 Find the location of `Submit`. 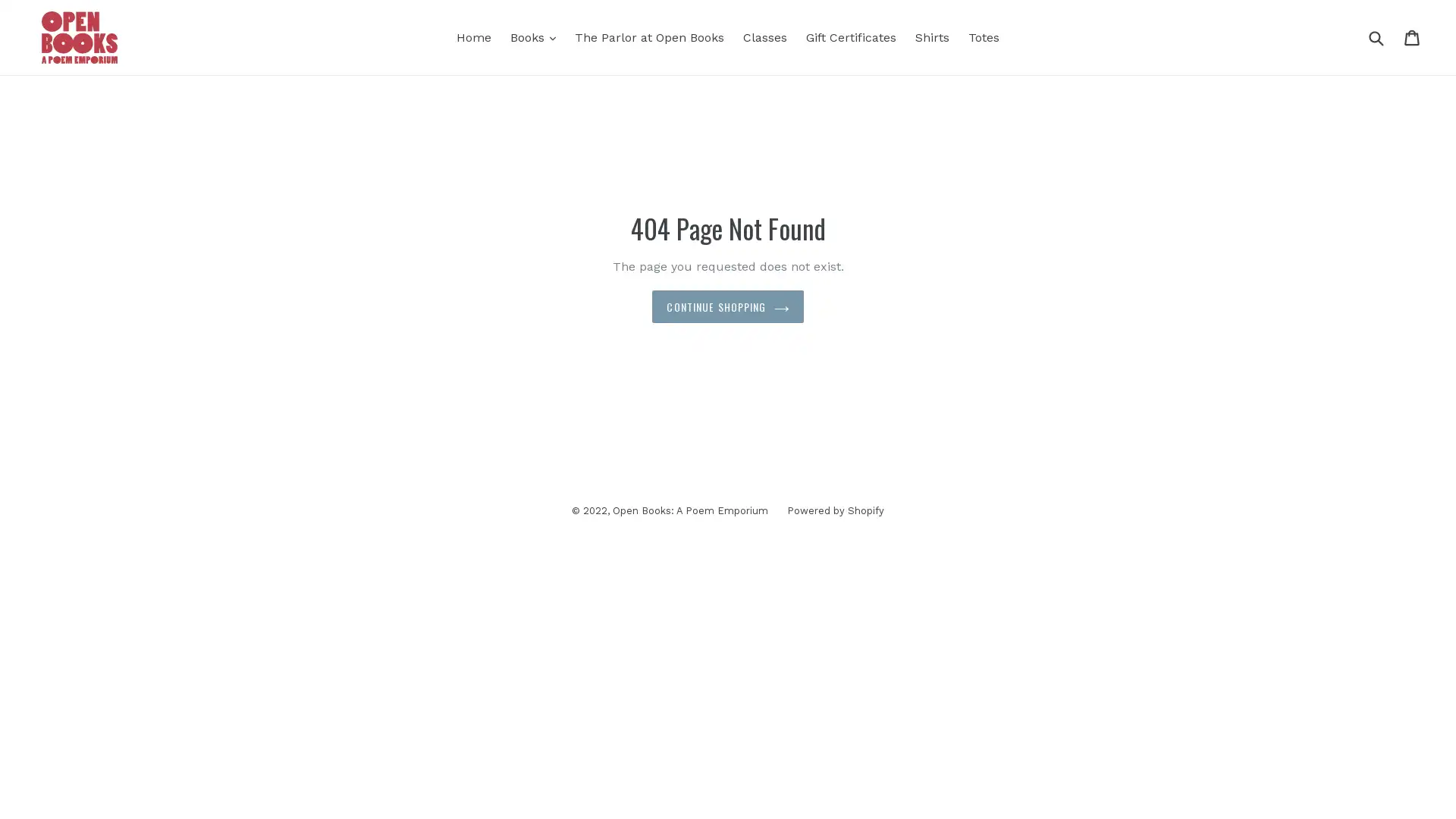

Submit is located at coordinates (1376, 36).